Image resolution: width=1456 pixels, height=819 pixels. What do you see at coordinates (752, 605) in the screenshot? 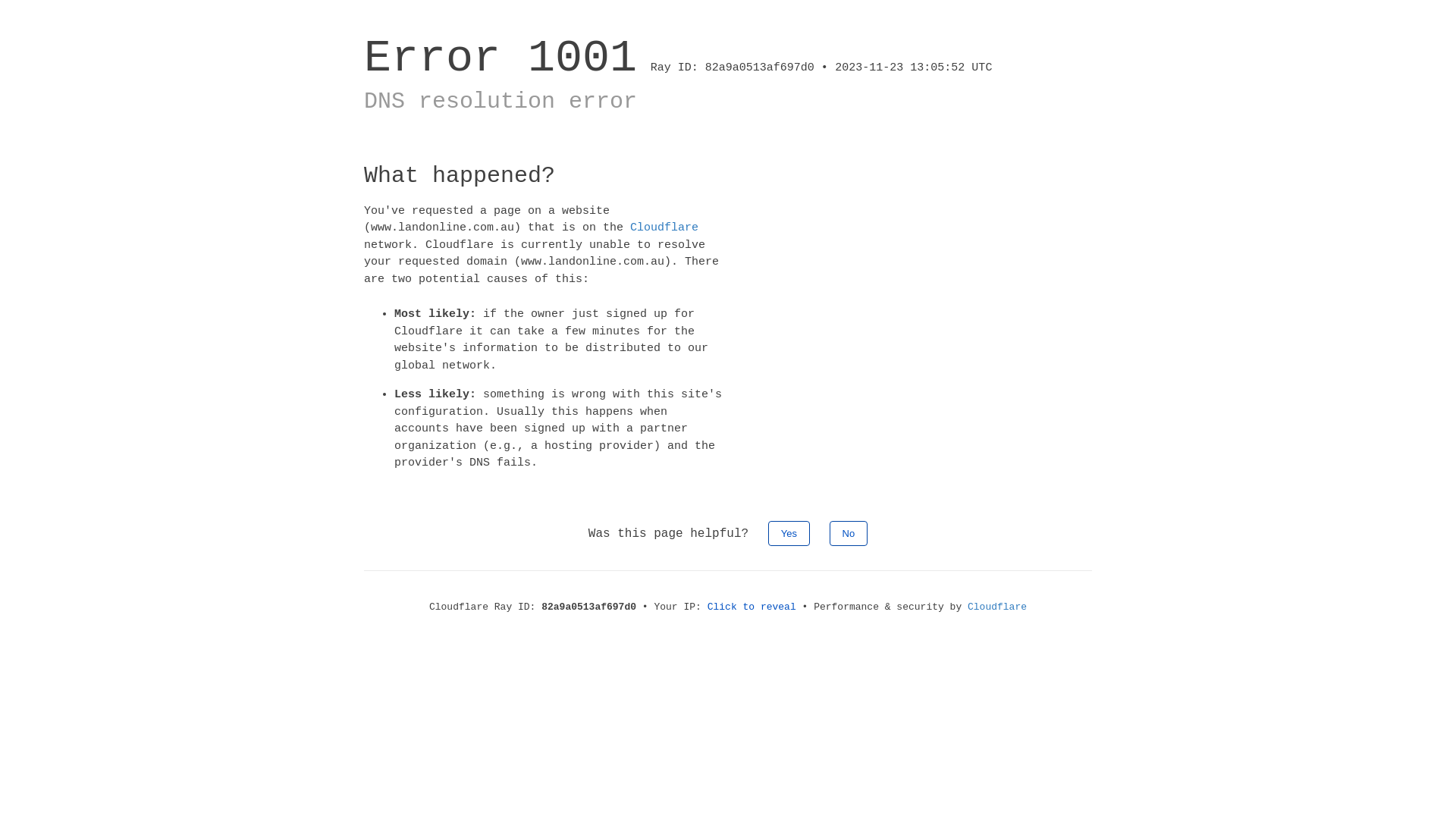
I see `'Click to reveal'` at bounding box center [752, 605].